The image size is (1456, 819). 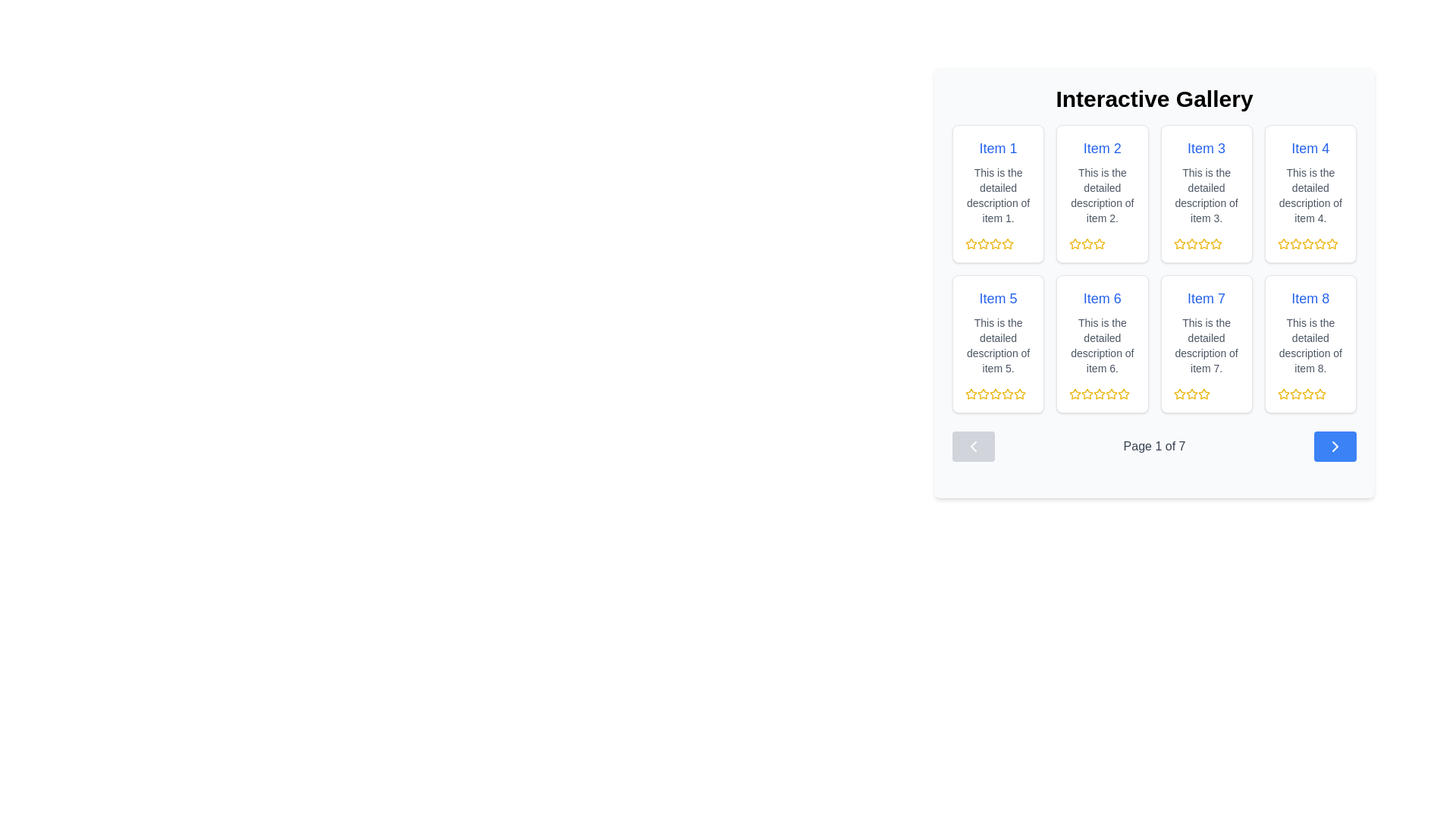 I want to click on the fourth star icon in the row of five stars for 'Item 7' for accessibility purposes, so click(x=1203, y=394).